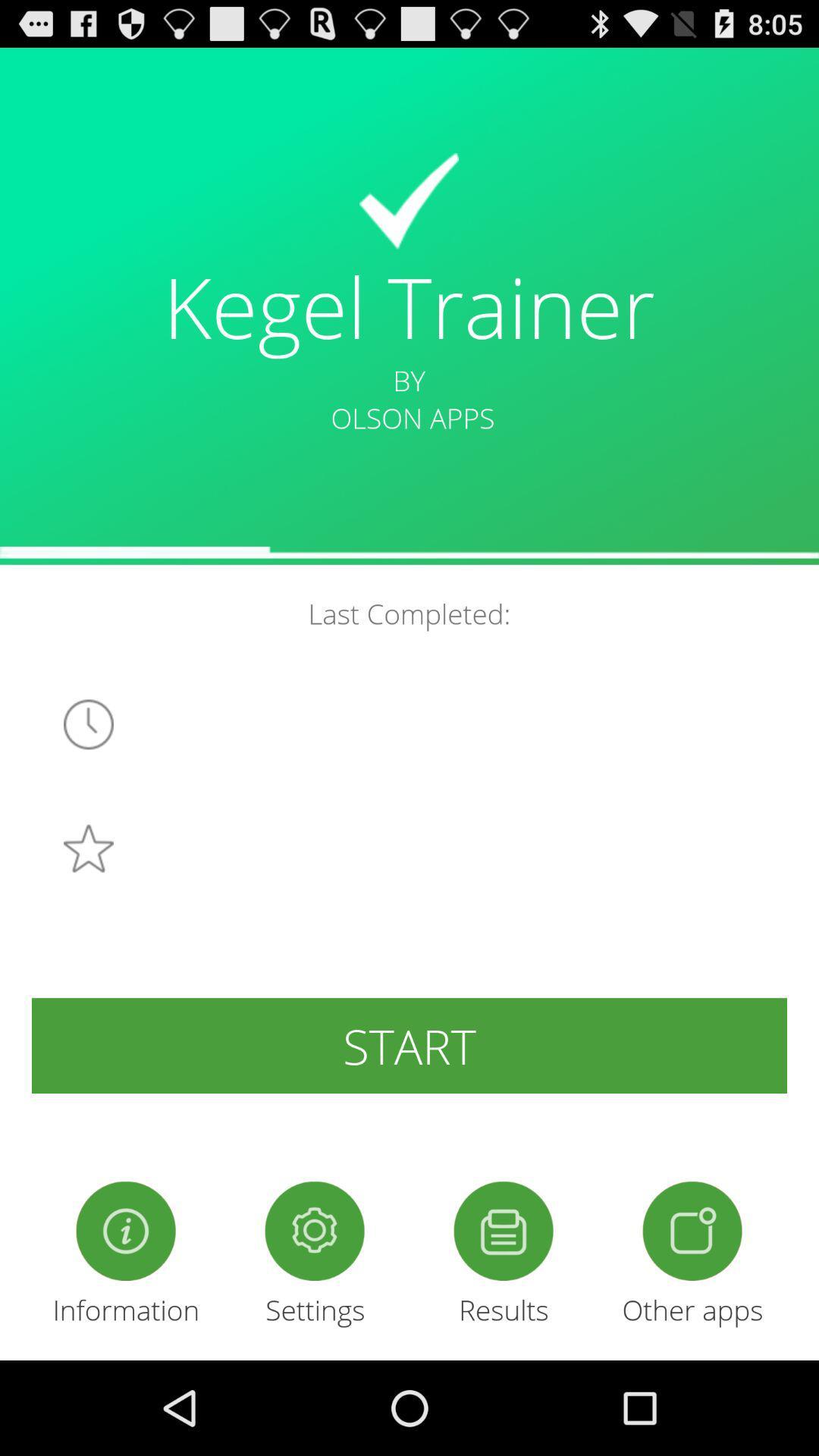 The width and height of the screenshot is (819, 1456). Describe the element at coordinates (314, 1316) in the screenshot. I see `the settings icon` at that location.